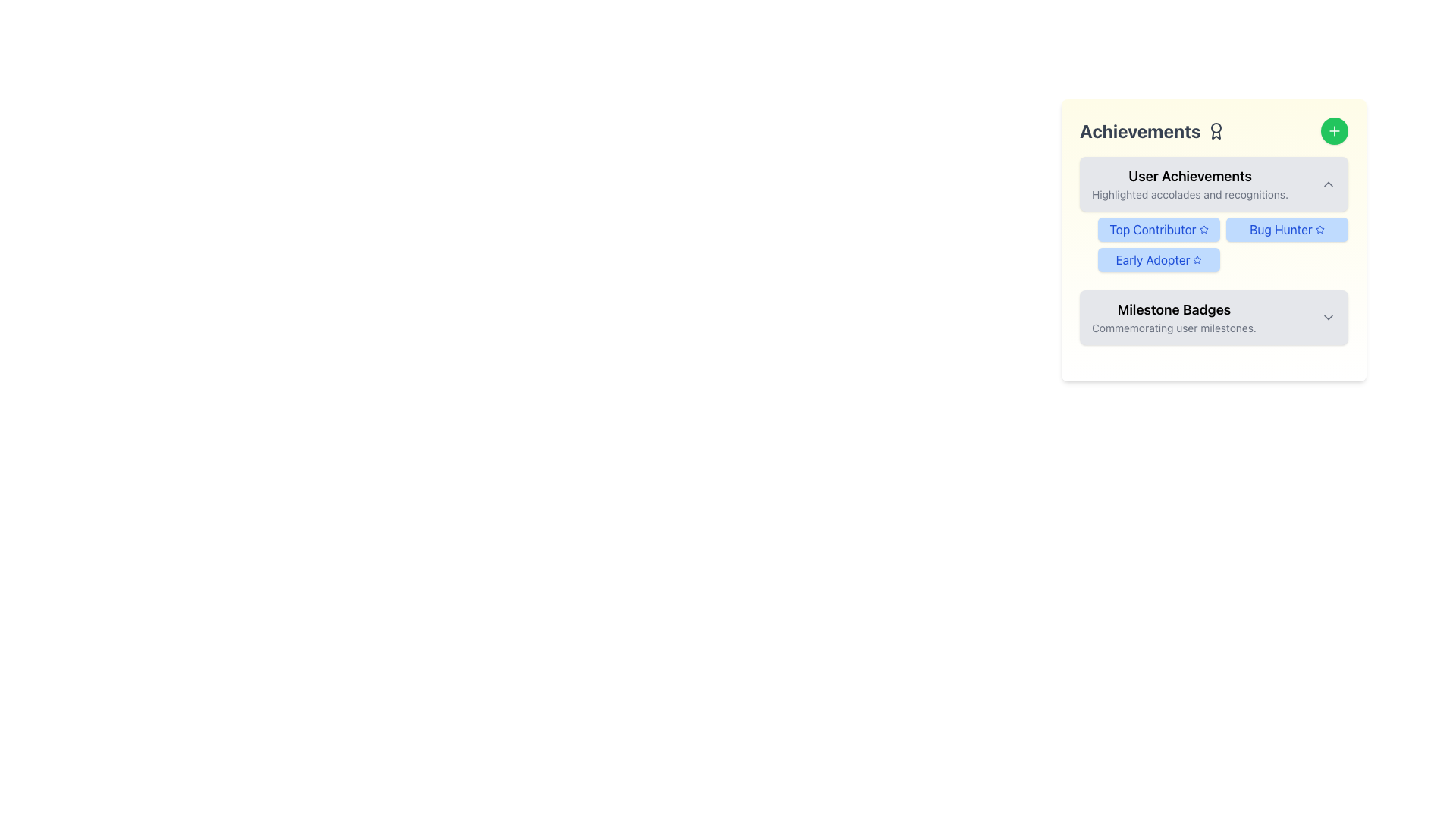 The width and height of the screenshot is (1456, 819). I want to click on the header title text with accompanying icon that indicates achievements, to relate it to the content below, so click(1214, 130).